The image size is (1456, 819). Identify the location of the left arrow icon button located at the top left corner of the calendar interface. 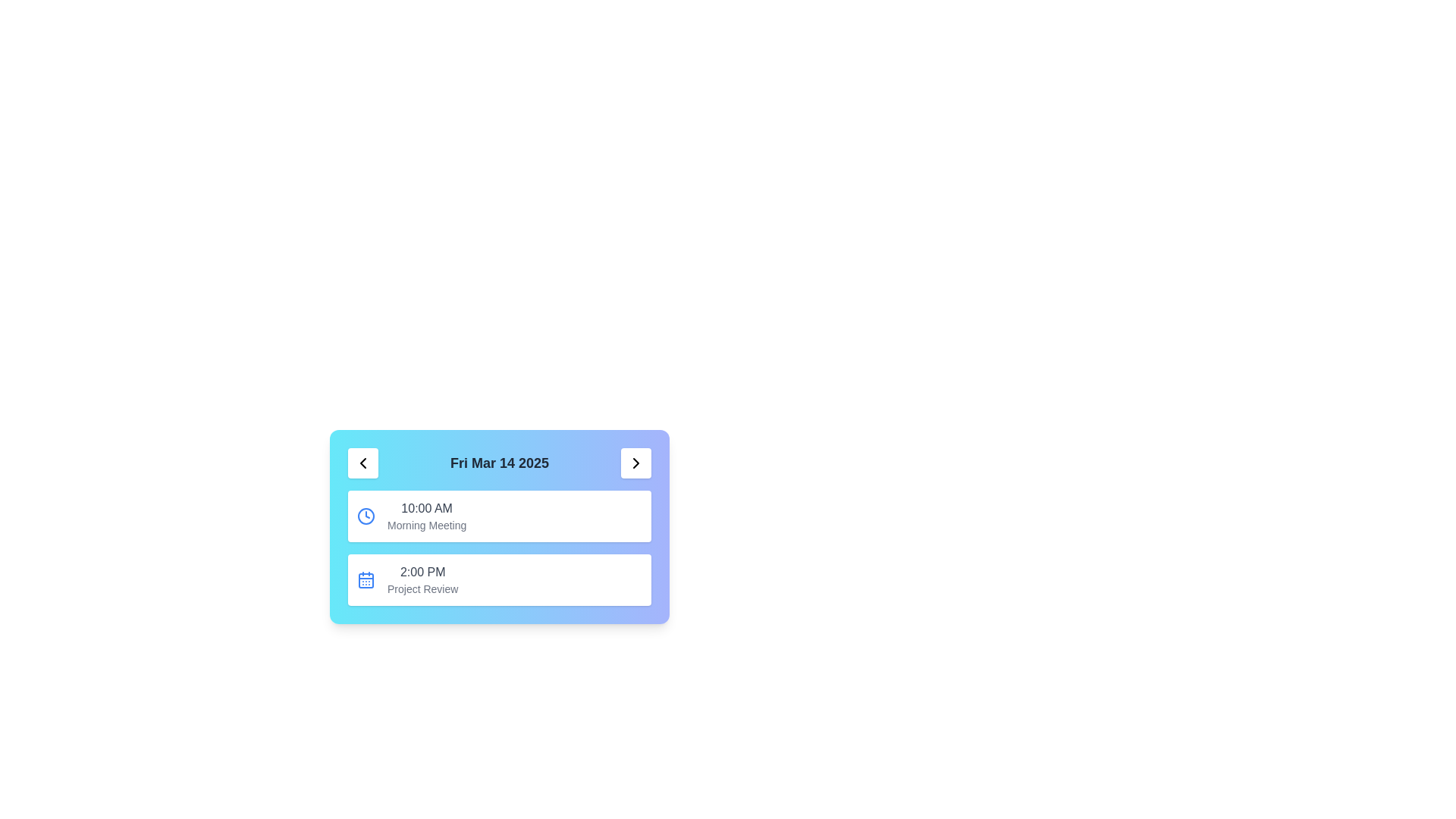
(362, 462).